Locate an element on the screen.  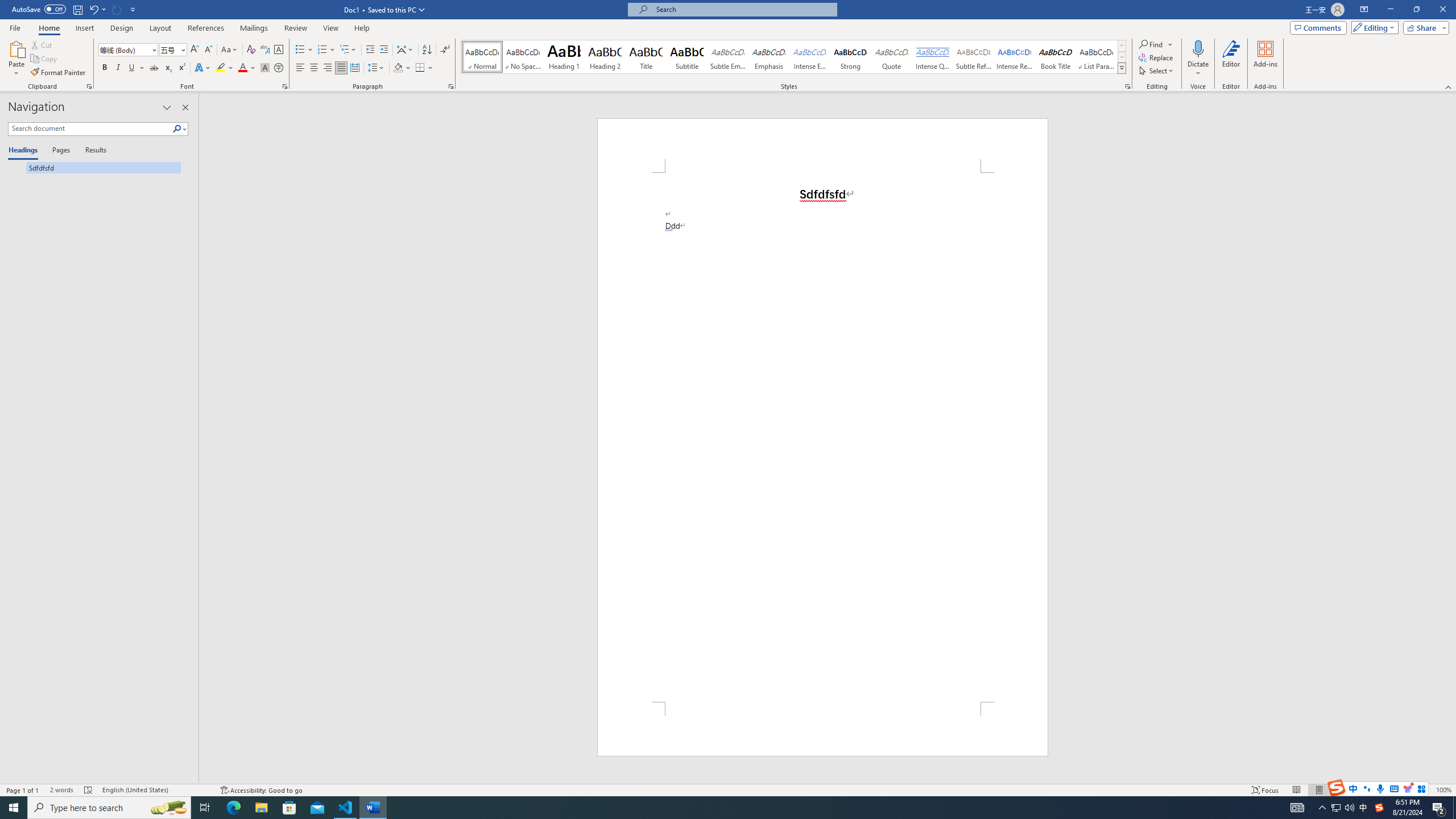
'Italic' is located at coordinates (118, 67).